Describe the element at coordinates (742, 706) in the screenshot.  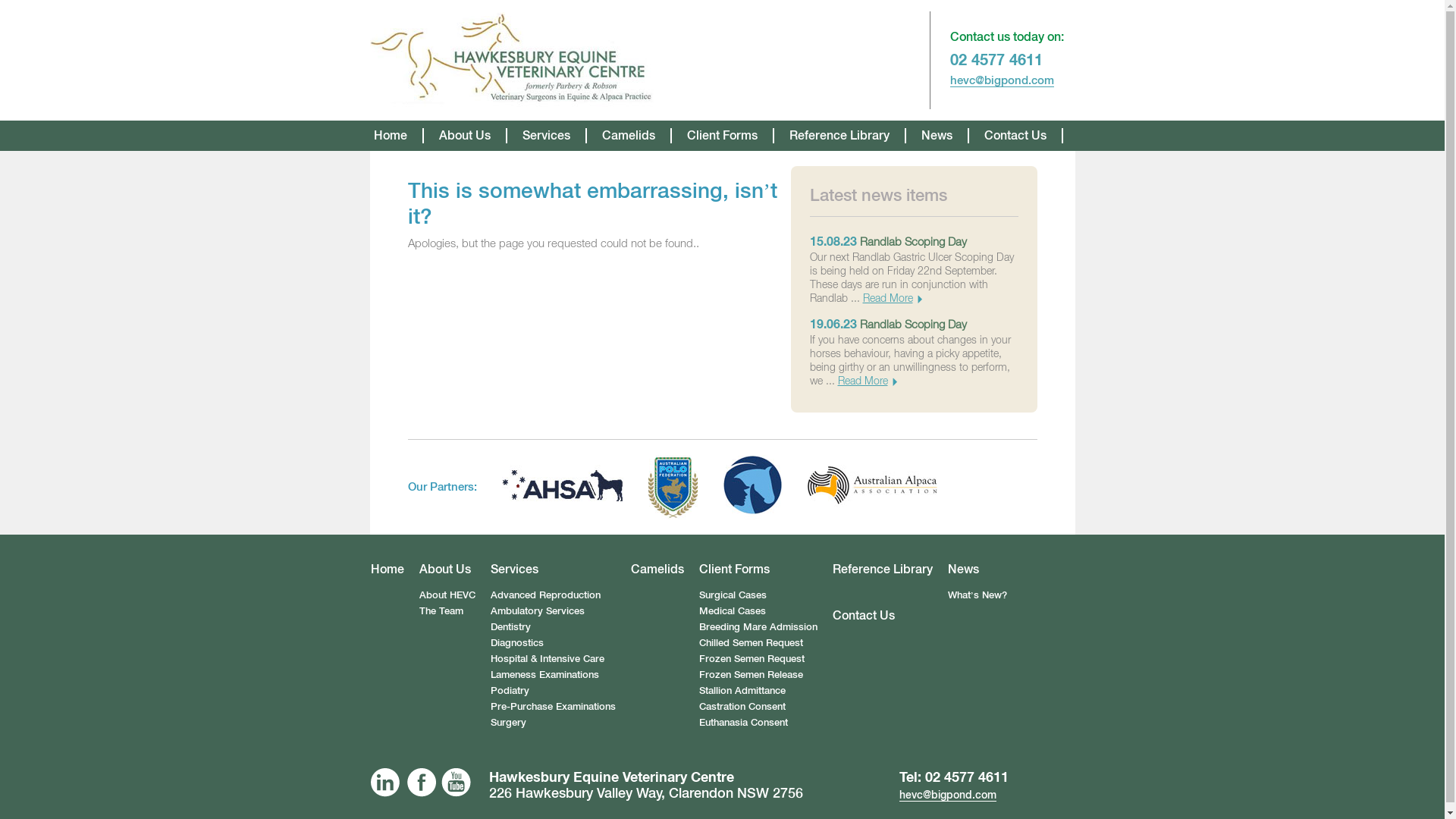
I see `'Castration Consent'` at that location.